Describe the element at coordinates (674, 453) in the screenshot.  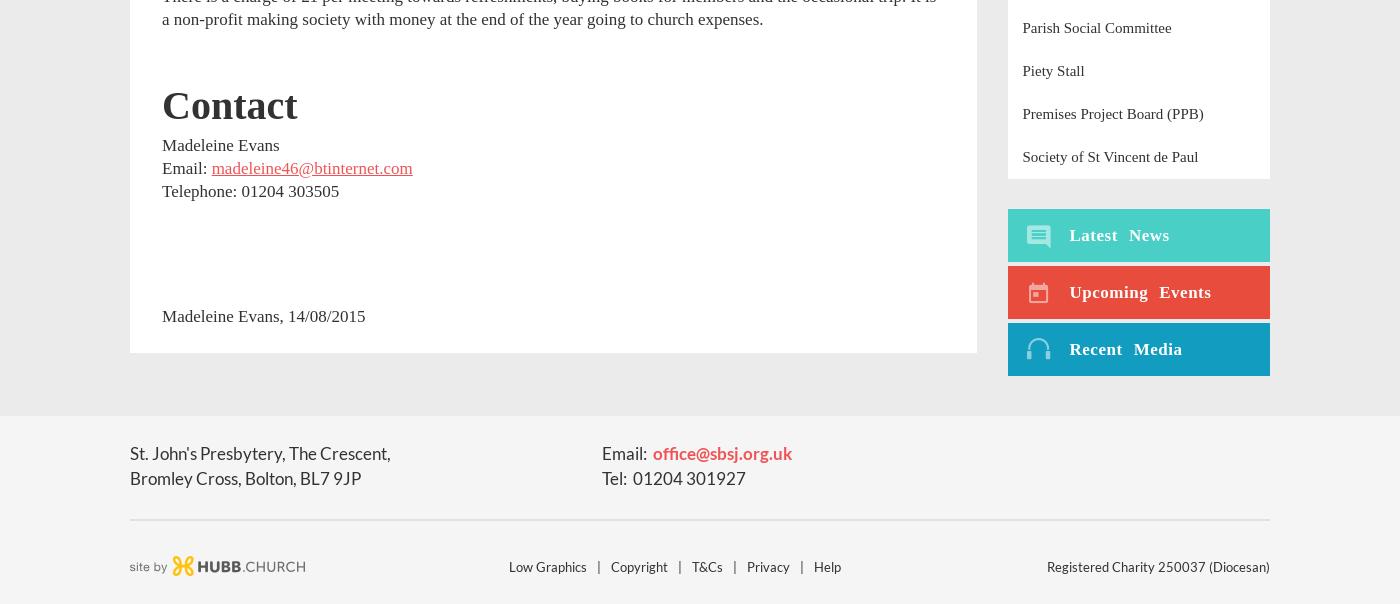
I see `'office'` at that location.